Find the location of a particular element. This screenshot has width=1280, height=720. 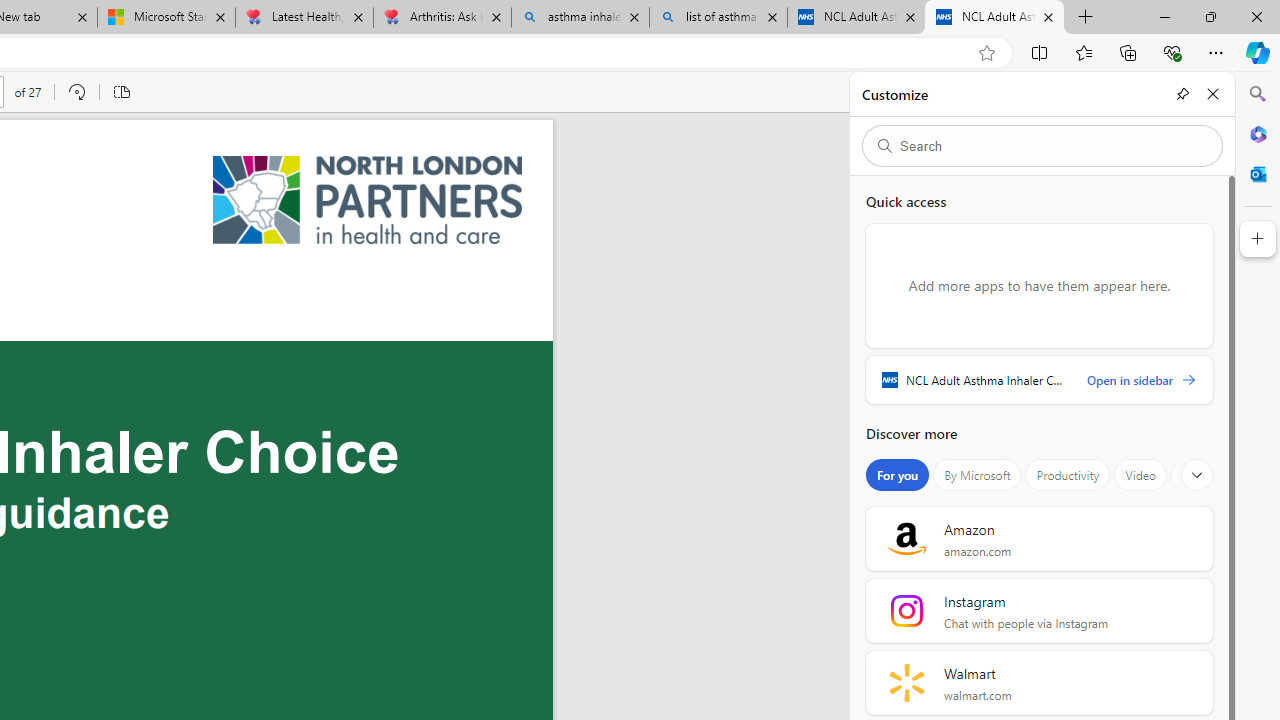

'Arthritis: Ask Health Professionals' is located at coordinates (441, 17).